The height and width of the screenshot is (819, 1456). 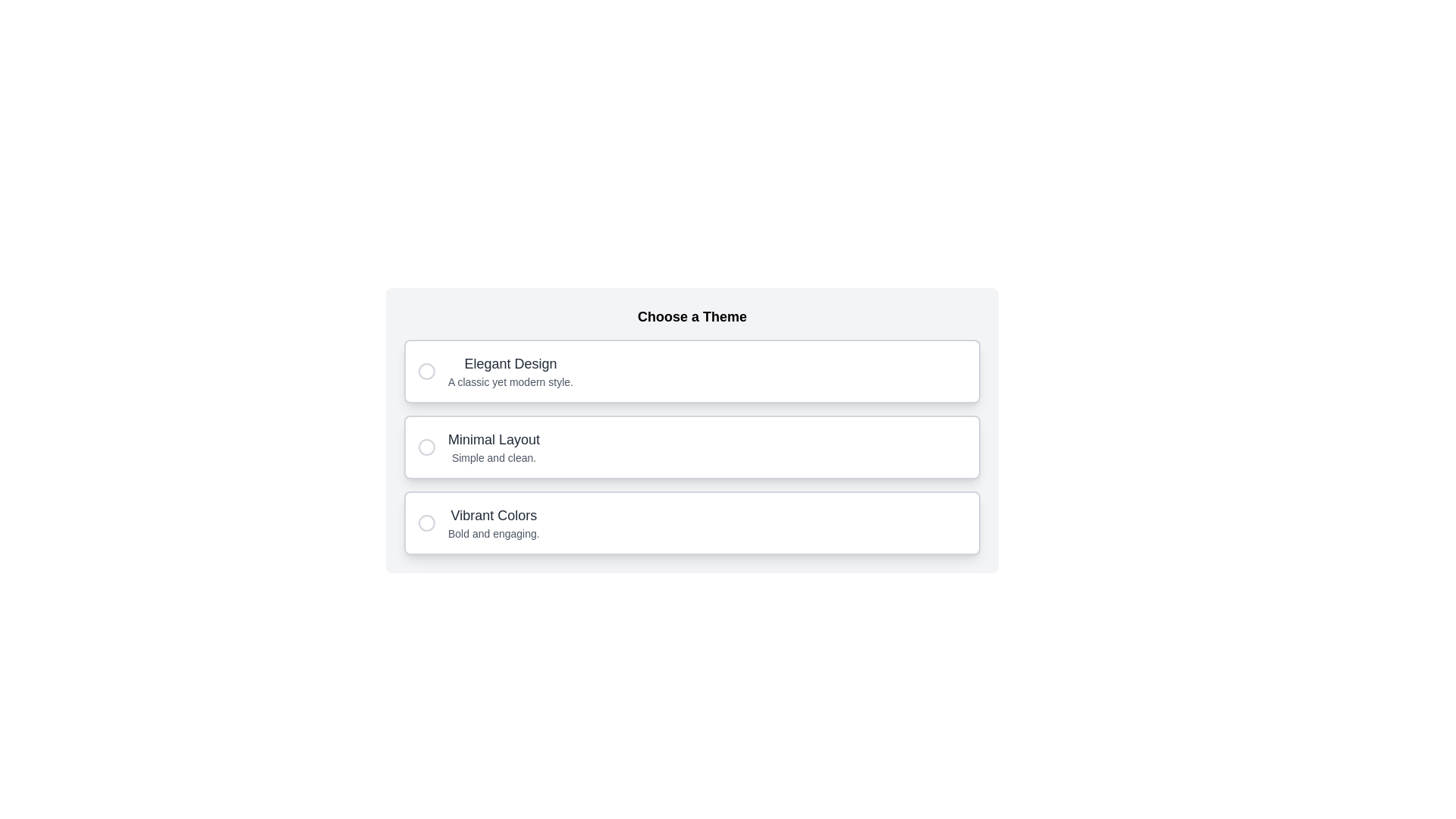 What do you see at coordinates (425, 447) in the screenshot?
I see `the first radio button associated with the 'Minimal Layout' option` at bounding box center [425, 447].